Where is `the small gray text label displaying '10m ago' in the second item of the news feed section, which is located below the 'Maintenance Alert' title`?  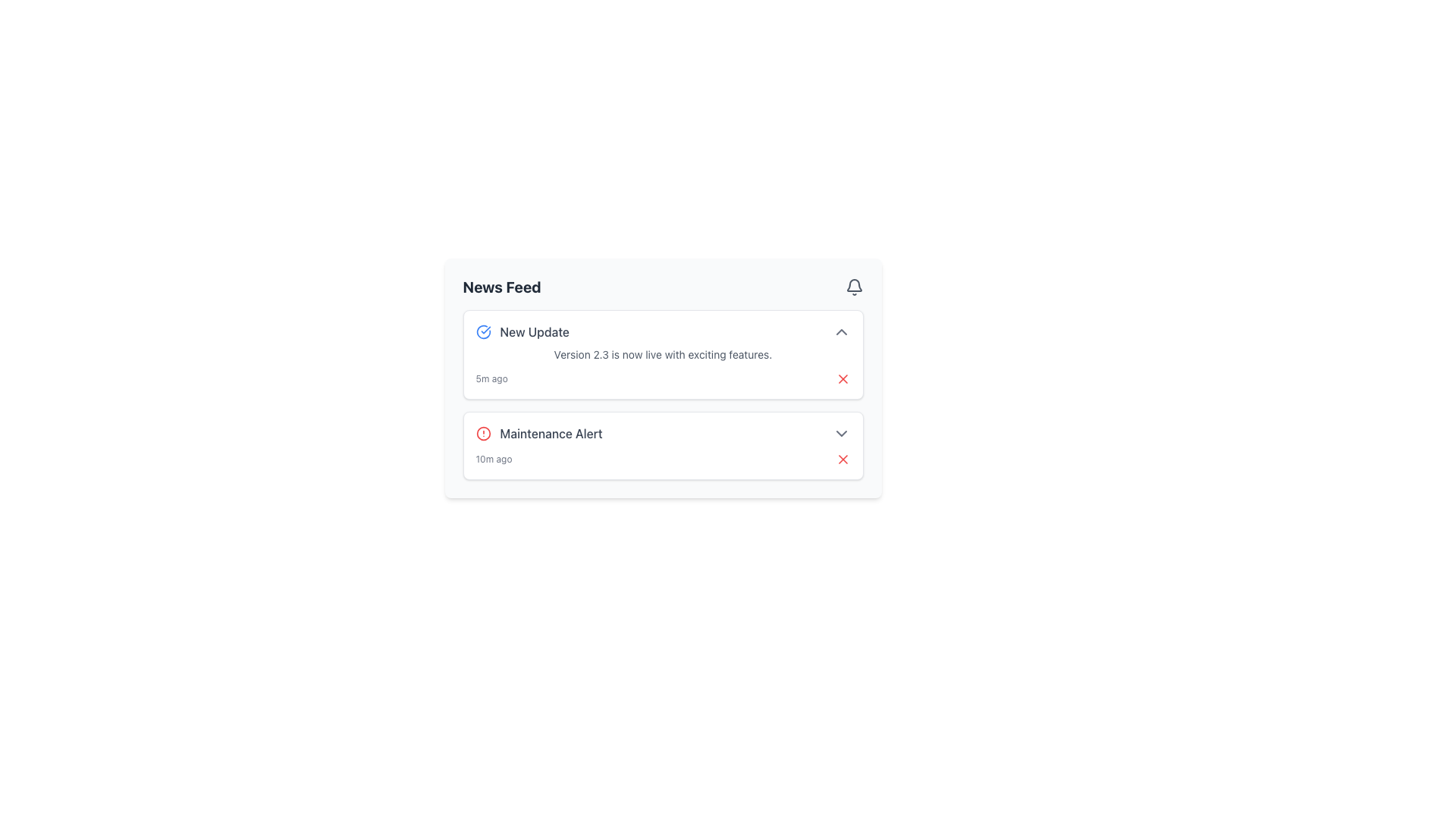
the small gray text label displaying '10m ago' in the second item of the news feed section, which is located below the 'Maintenance Alert' title is located at coordinates (494, 458).